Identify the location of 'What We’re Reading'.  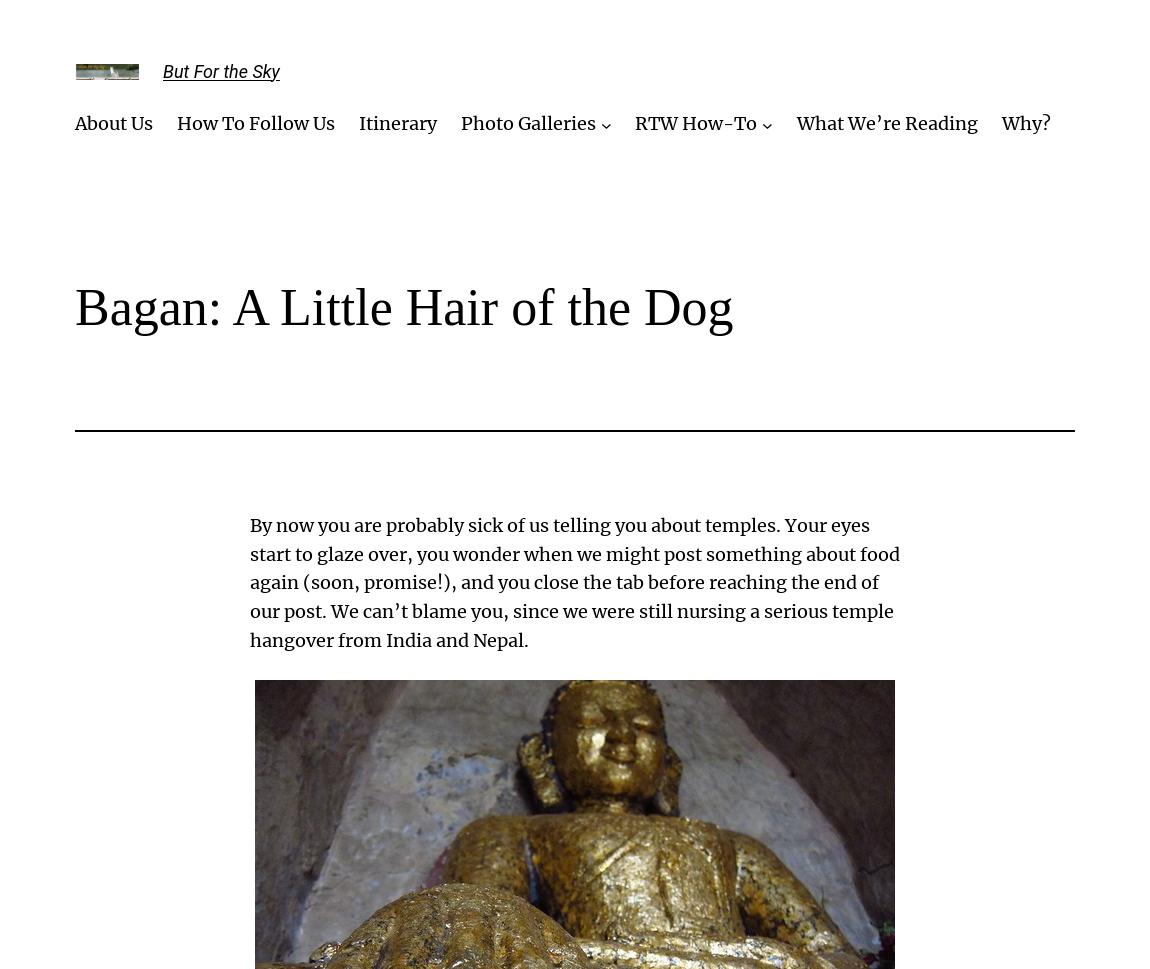
(886, 123).